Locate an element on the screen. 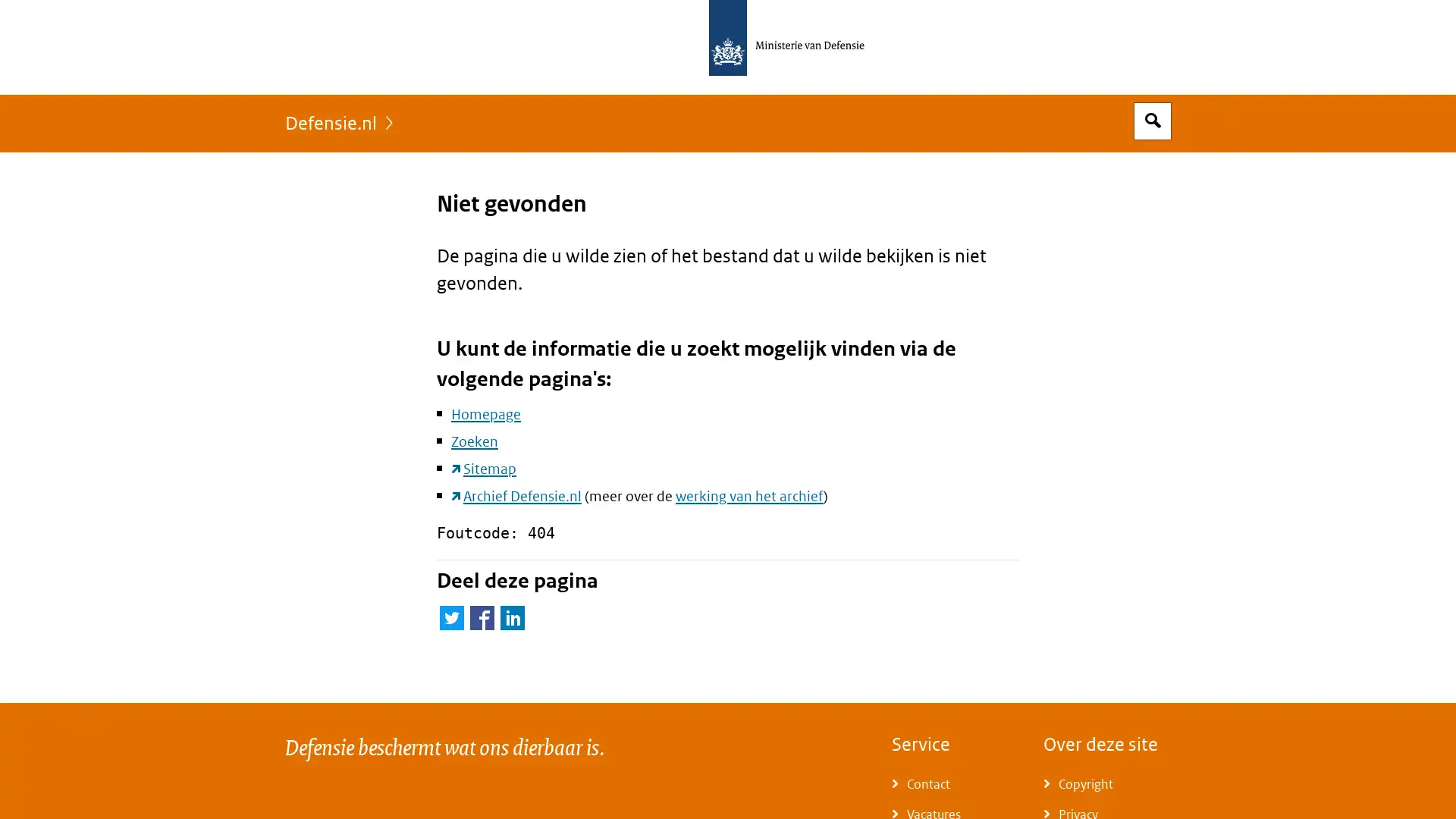 The height and width of the screenshot is (819, 1456). Open zoekveld is located at coordinates (1153, 120).